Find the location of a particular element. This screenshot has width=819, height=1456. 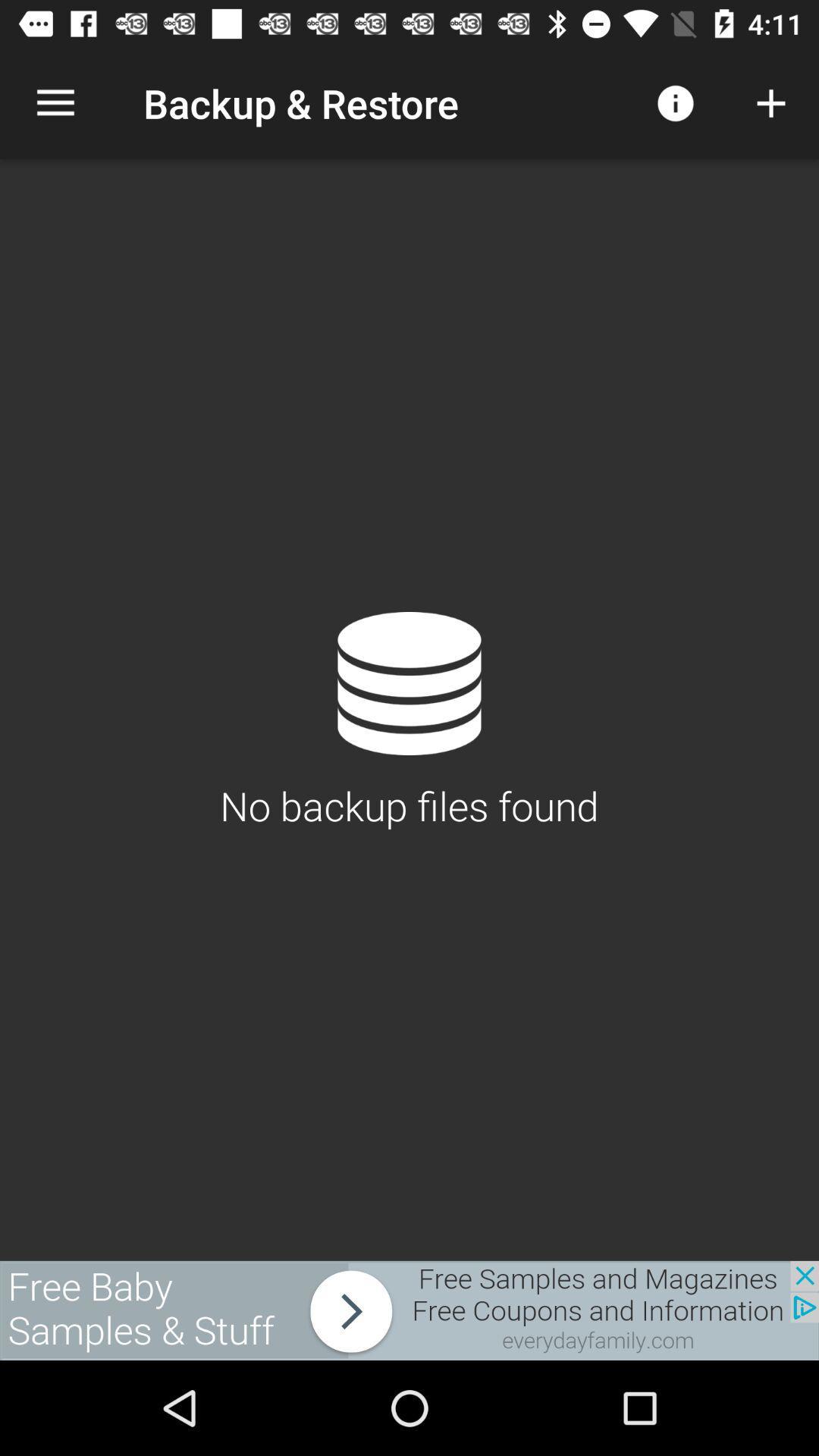

more information about an advertisement is located at coordinates (409, 1310).